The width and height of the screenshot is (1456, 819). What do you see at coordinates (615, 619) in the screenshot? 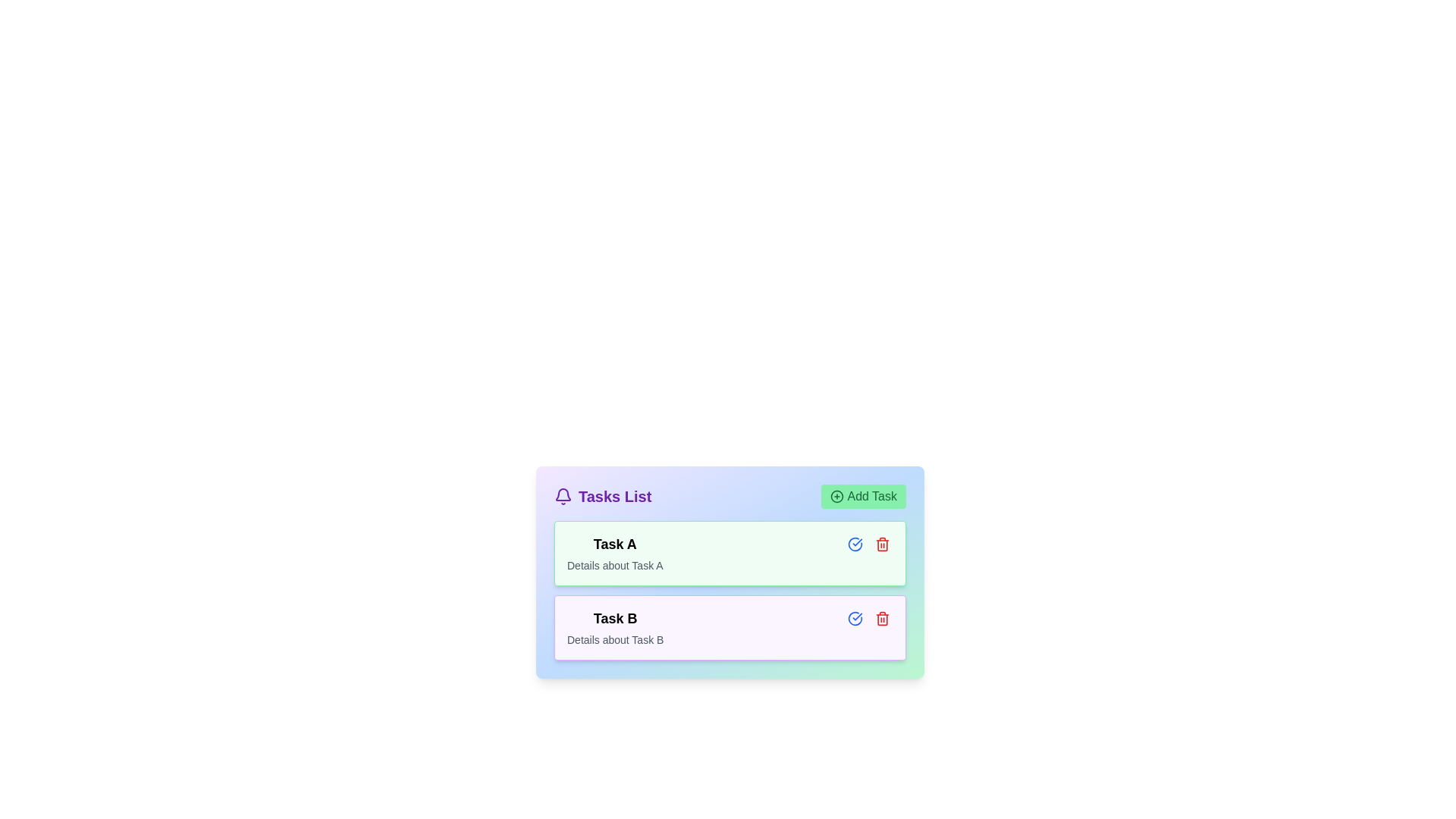
I see `the text label displaying 'Task B' in bold black font, which is located within a light purple rectangular section at the top of the task entry list` at bounding box center [615, 619].